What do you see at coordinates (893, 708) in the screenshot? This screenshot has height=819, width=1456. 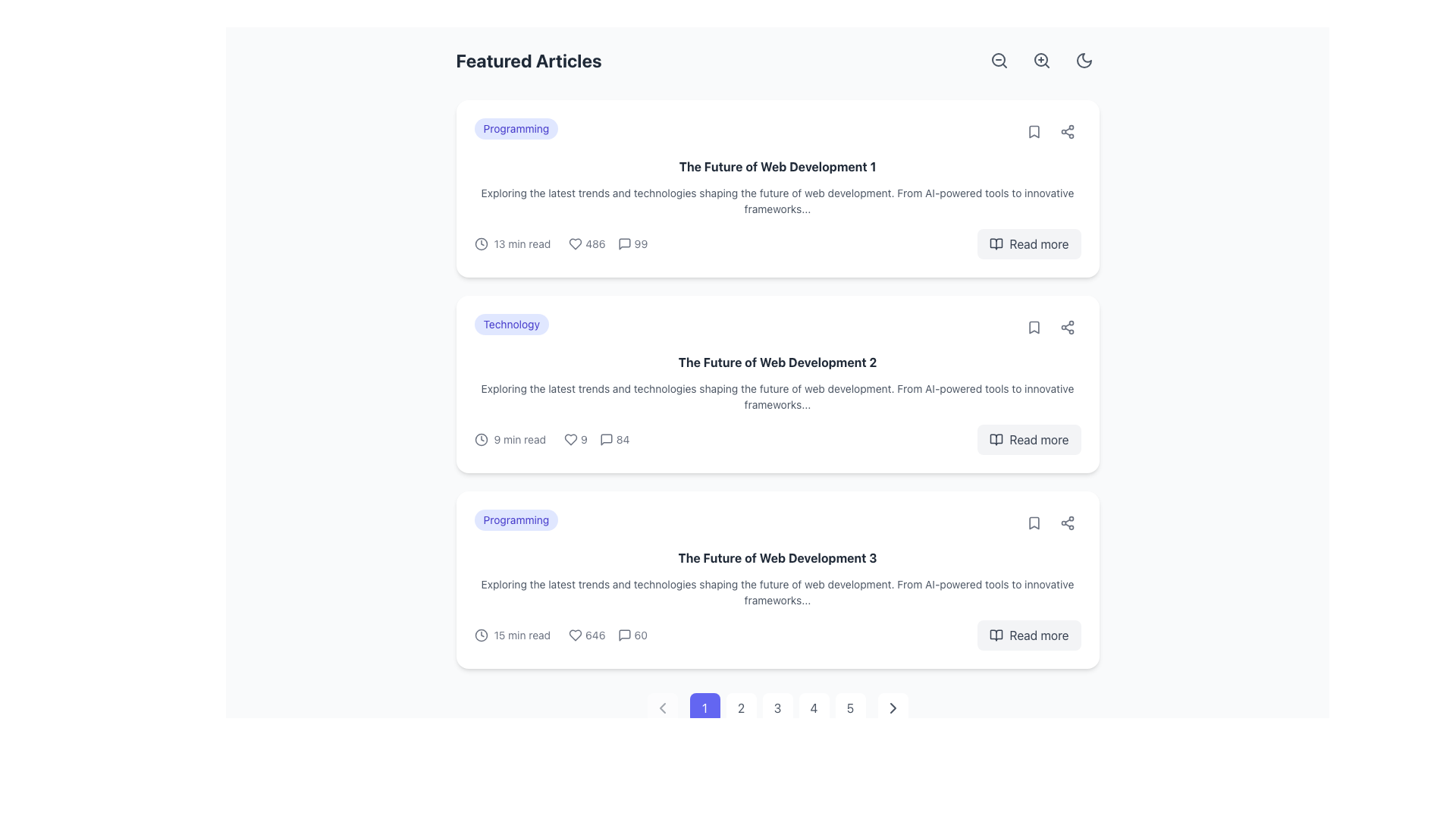 I see `the right arrow icon in the pagination control` at bounding box center [893, 708].